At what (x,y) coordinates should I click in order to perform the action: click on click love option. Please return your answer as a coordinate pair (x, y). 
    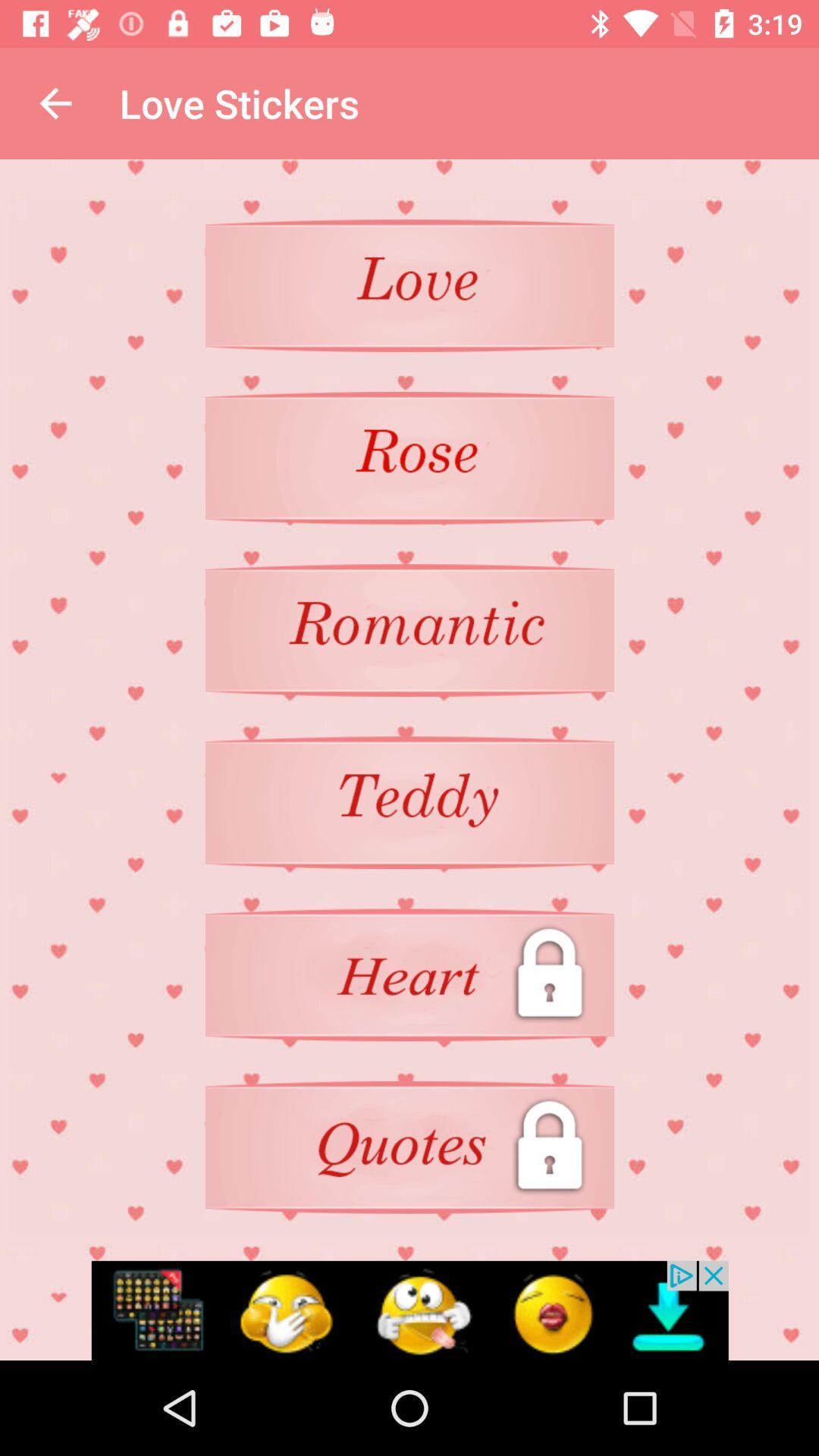
    Looking at the image, I should click on (409, 285).